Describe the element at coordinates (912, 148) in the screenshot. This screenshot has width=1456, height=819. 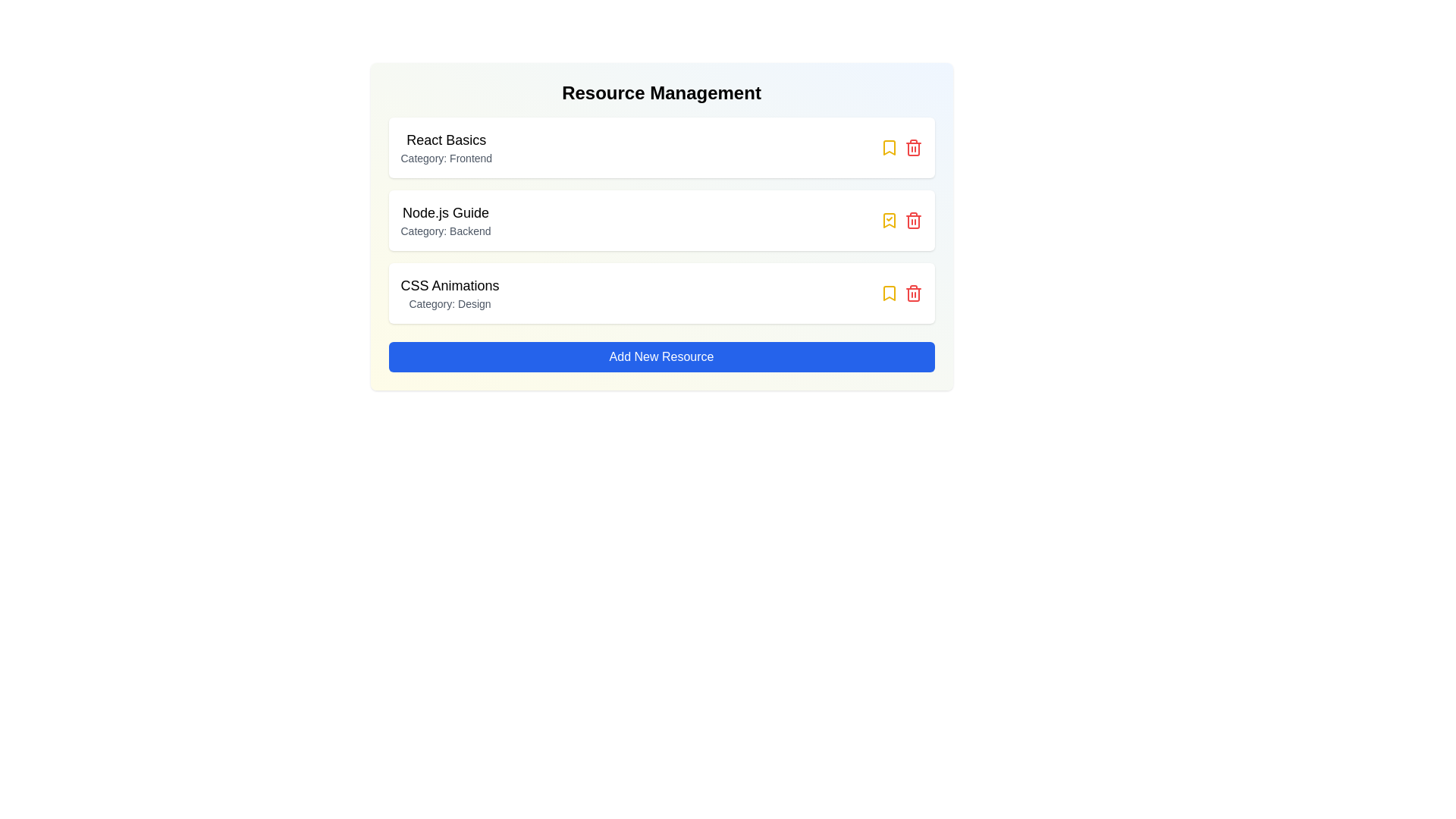
I see `trash icon for the resource titled 'React Basics'` at that location.